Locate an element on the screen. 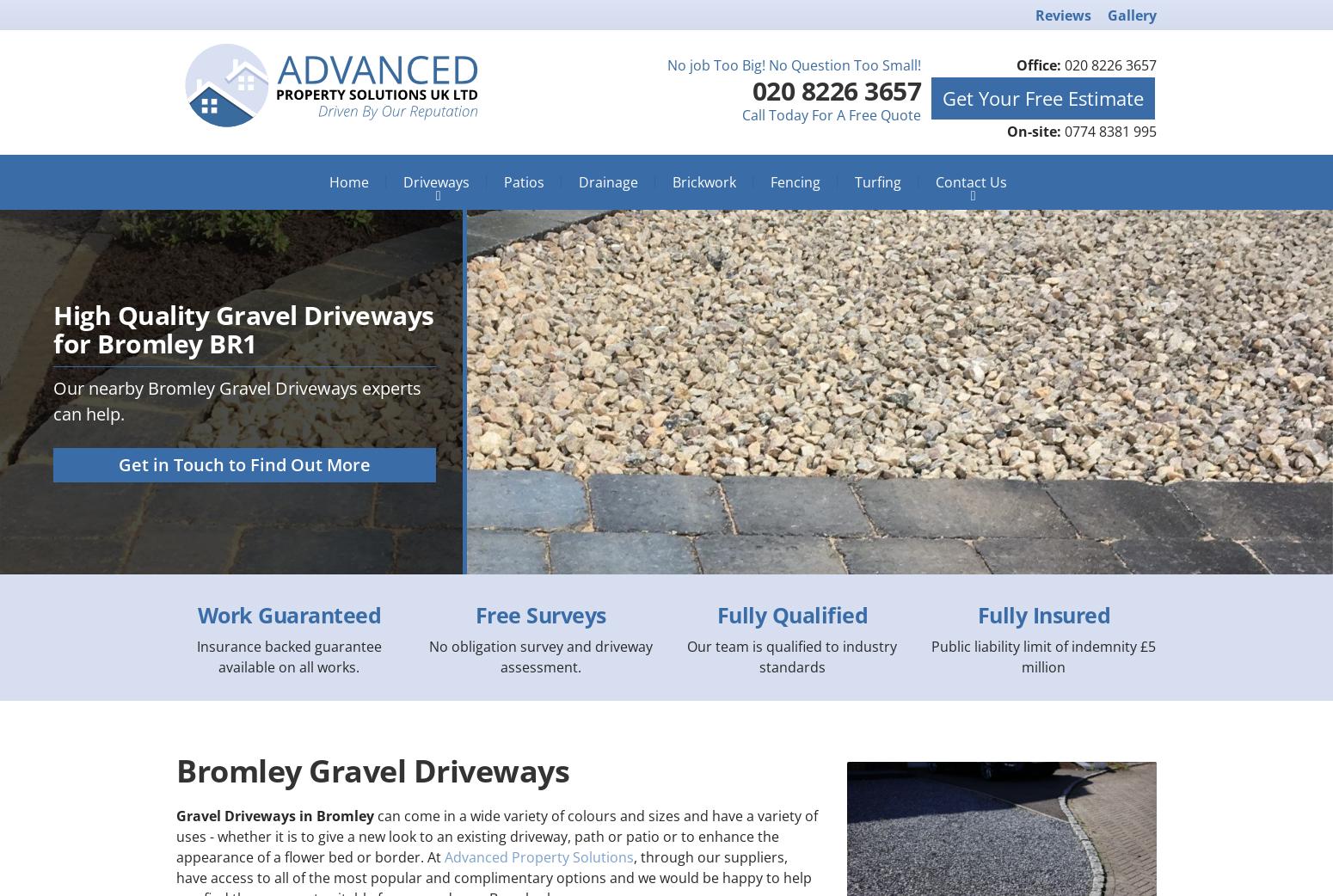 The height and width of the screenshot is (896, 1333). 'No job Too Big! No Question Too Small!' is located at coordinates (666, 64).